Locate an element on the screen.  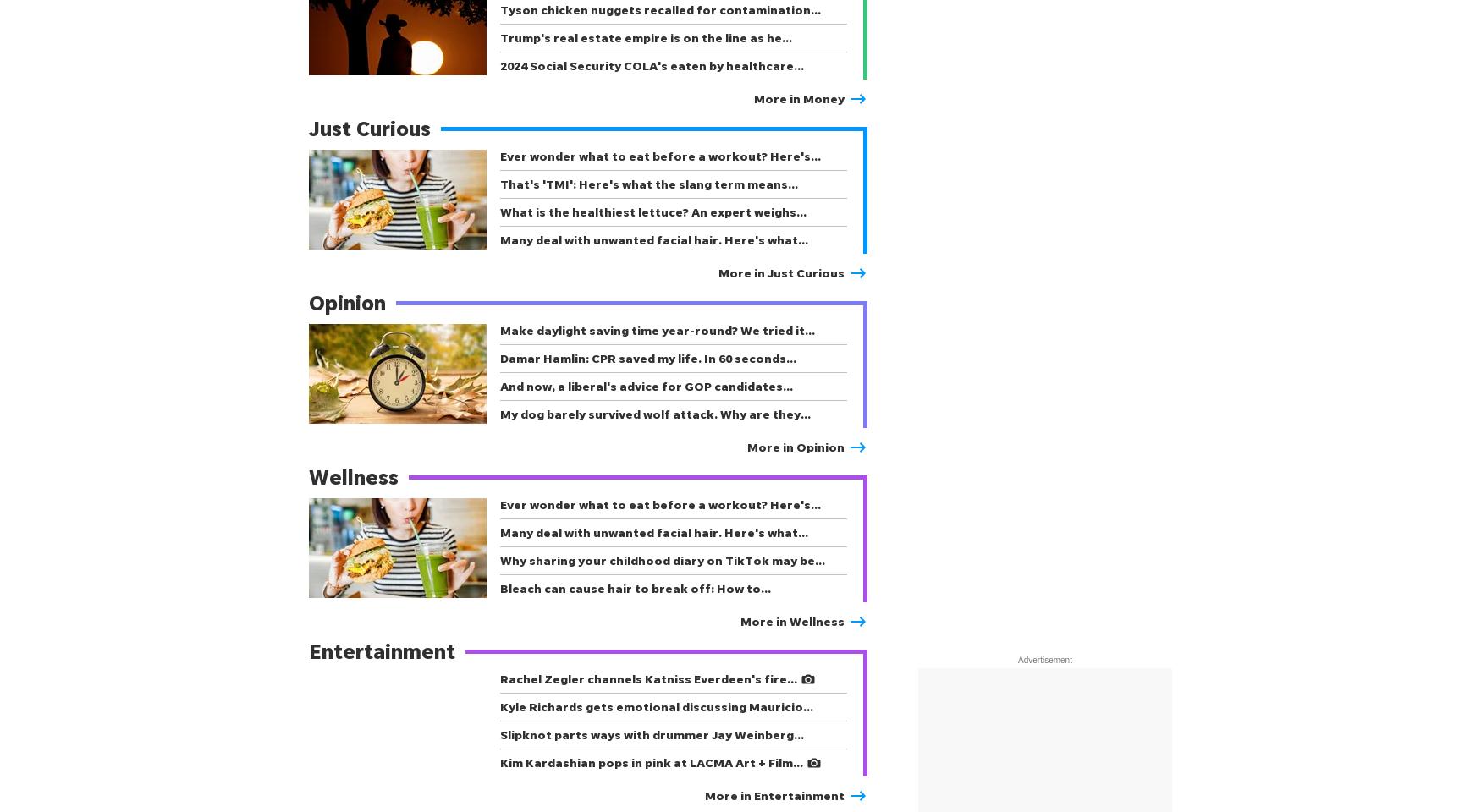
'My dog barely survived wolf attack. Why are they…' is located at coordinates (499, 413).